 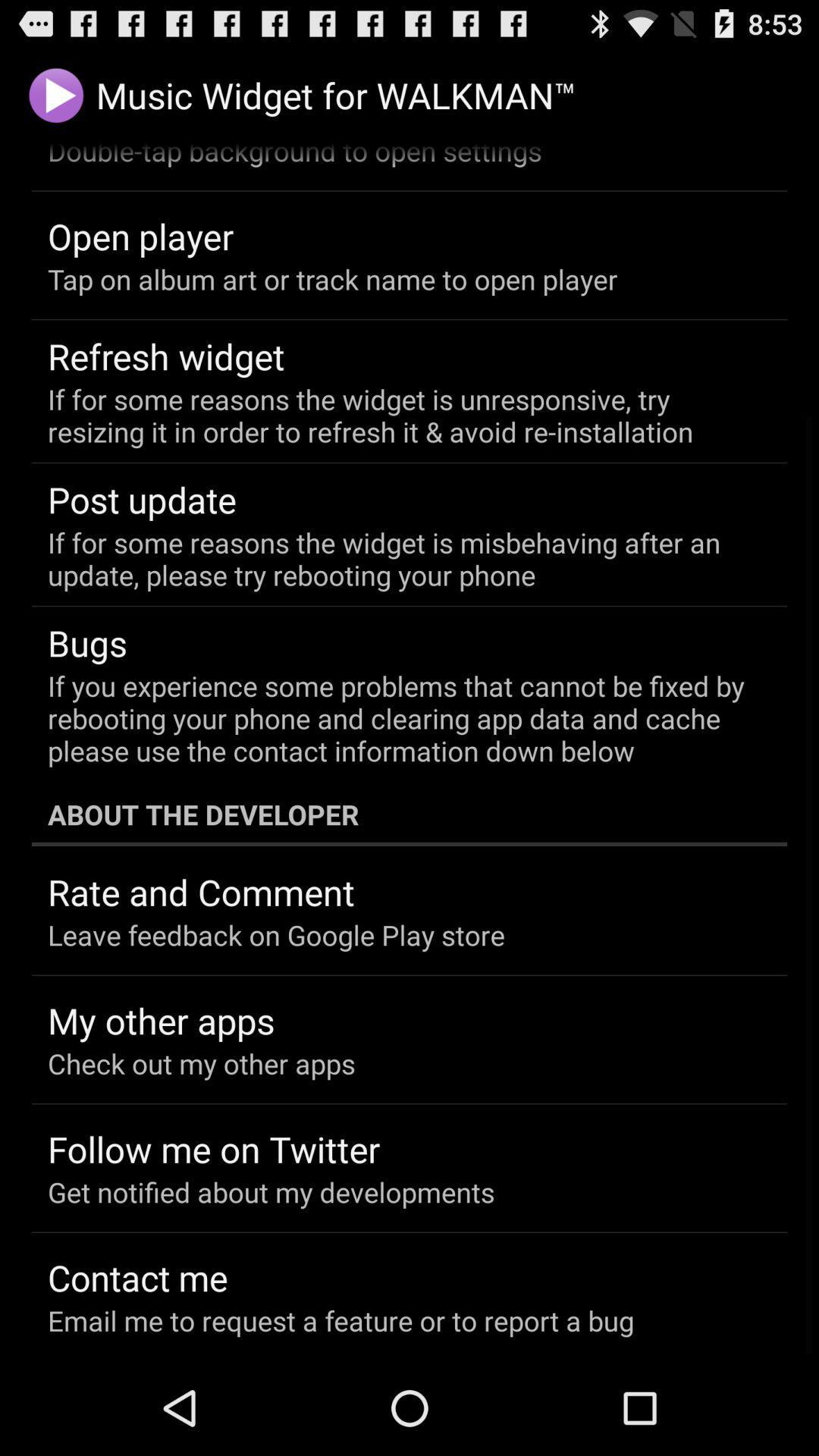 I want to click on icon above my other apps app, so click(x=276, y=934).